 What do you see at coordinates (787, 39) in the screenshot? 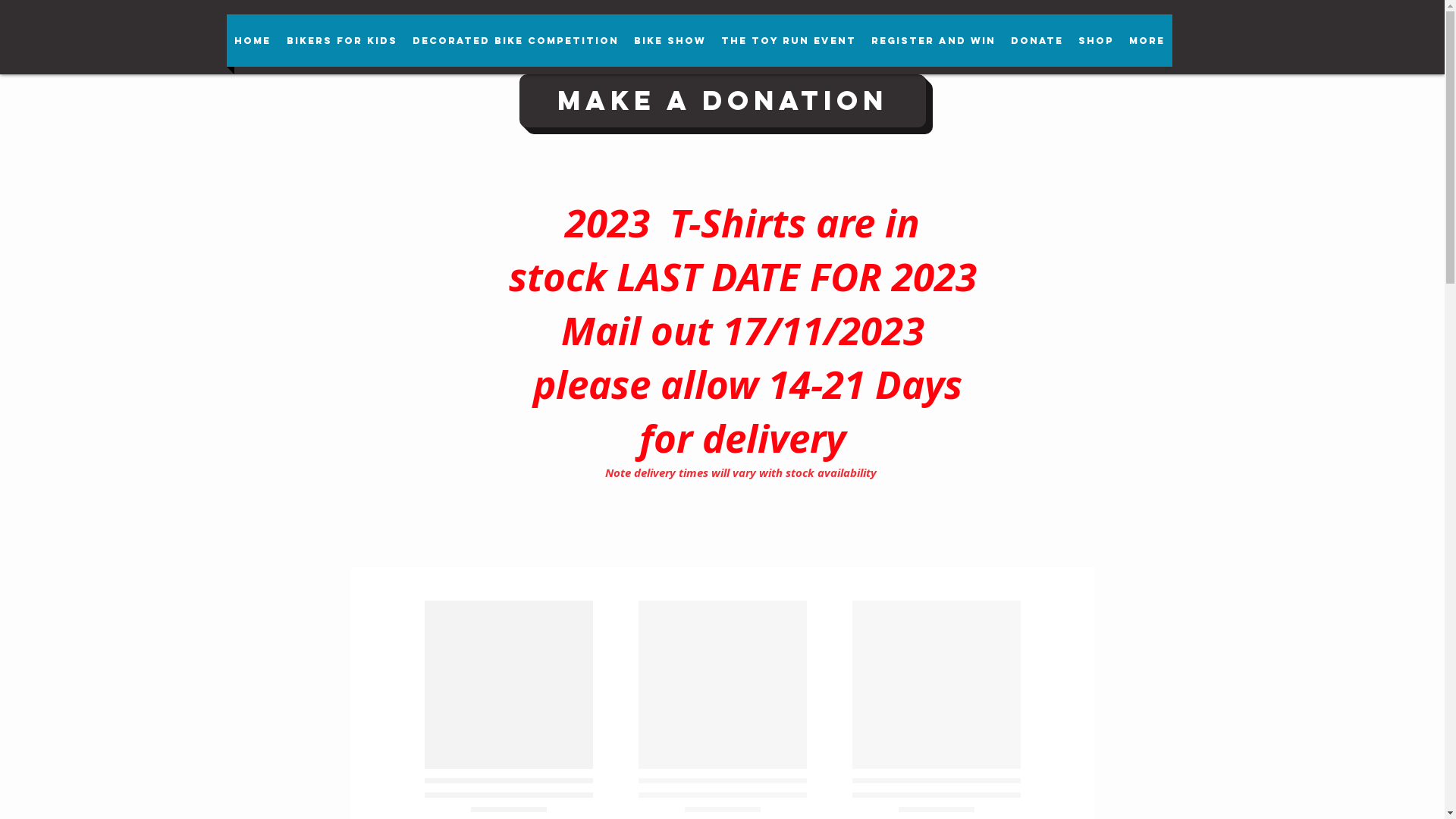
I see `'The Toy Run Event'` at bounding box center [787, 39].